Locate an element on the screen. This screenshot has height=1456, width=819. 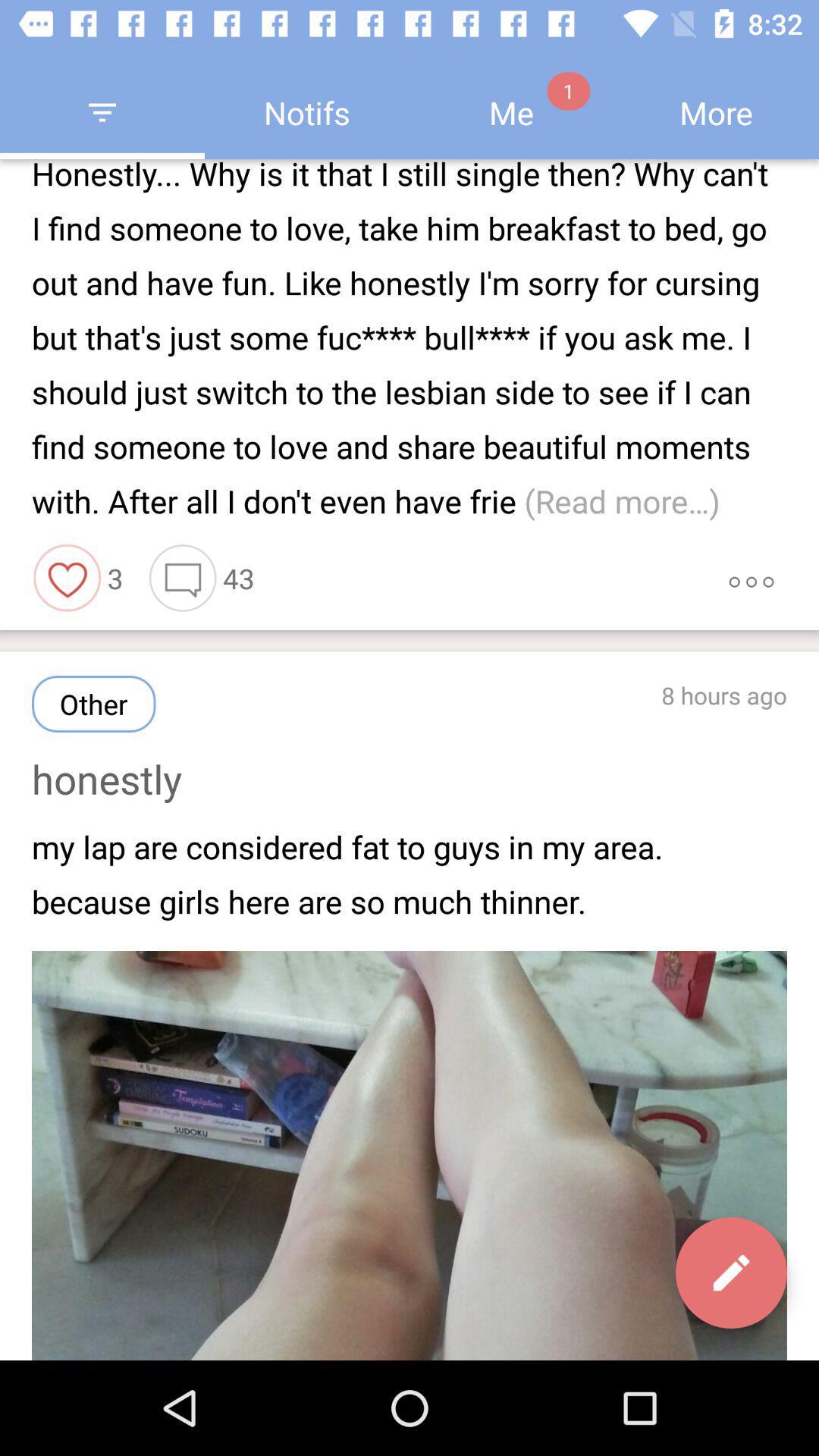
the image above the text other is located at coordinates (67, 578).